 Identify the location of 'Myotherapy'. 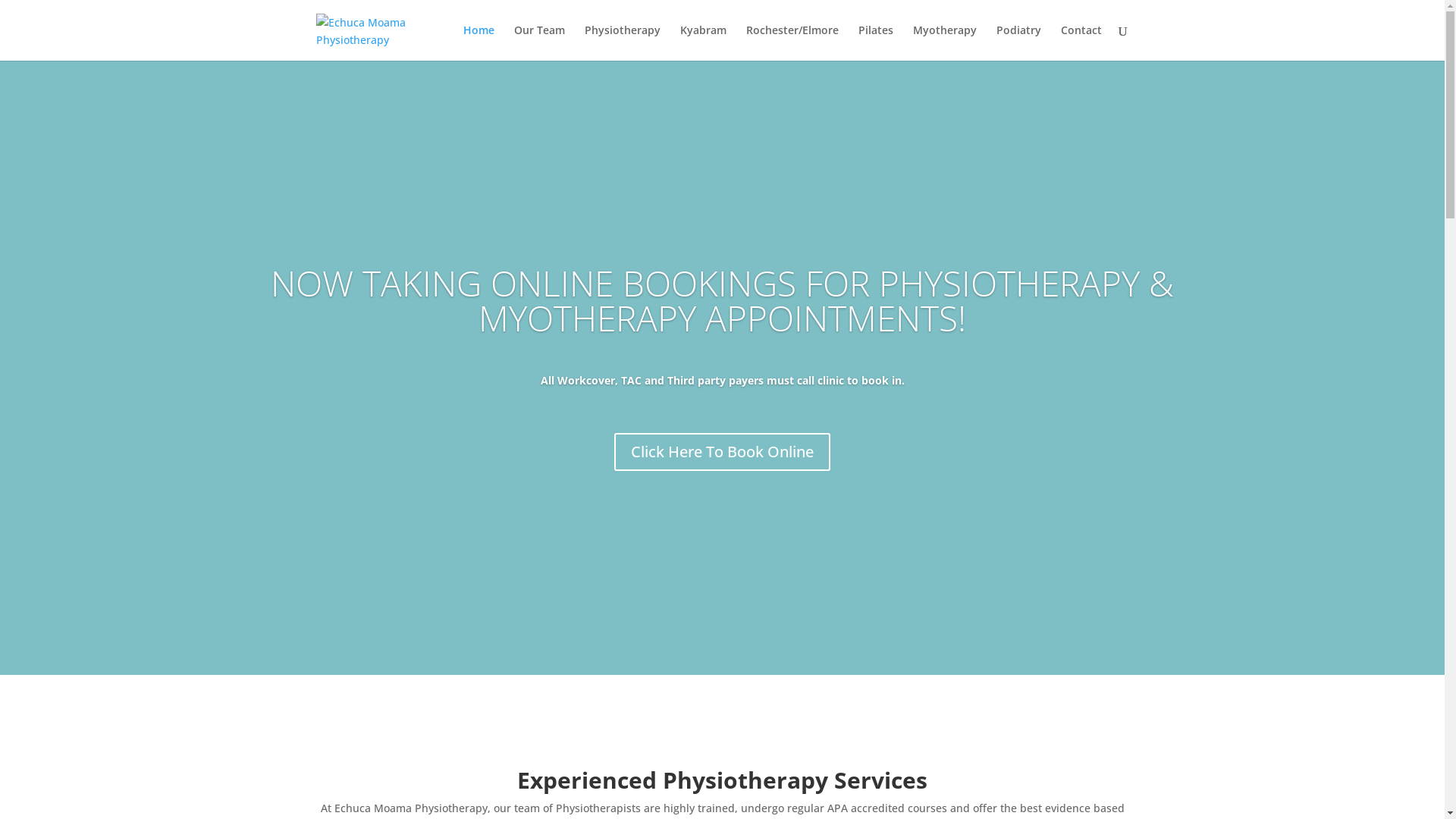
(944, 42).